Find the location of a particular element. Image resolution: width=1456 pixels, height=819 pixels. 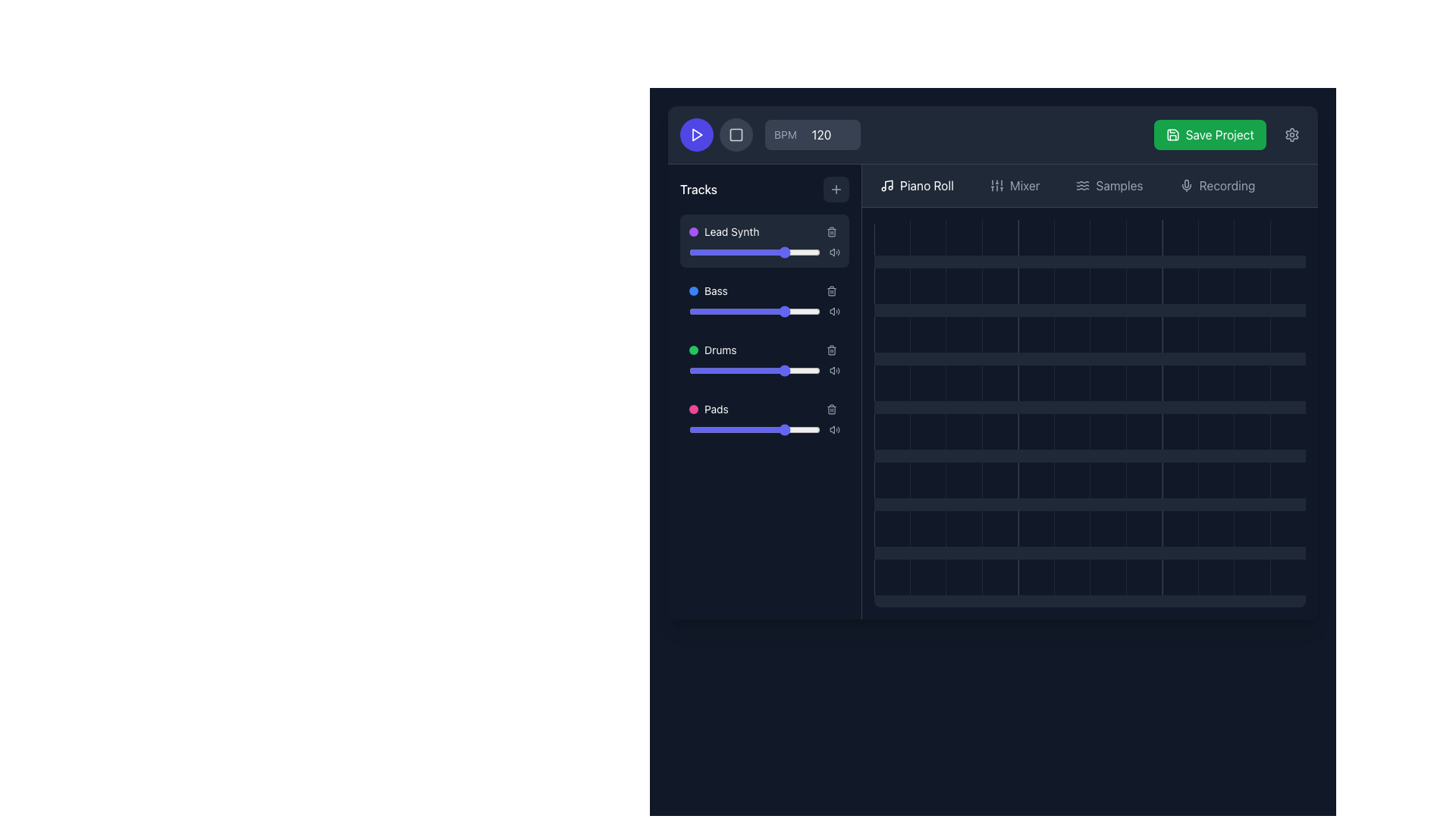

the grid cell located in the last row, eleventh column, which serves as a placeholder or interactive node within the grid is located at coordinates (1252, 431).